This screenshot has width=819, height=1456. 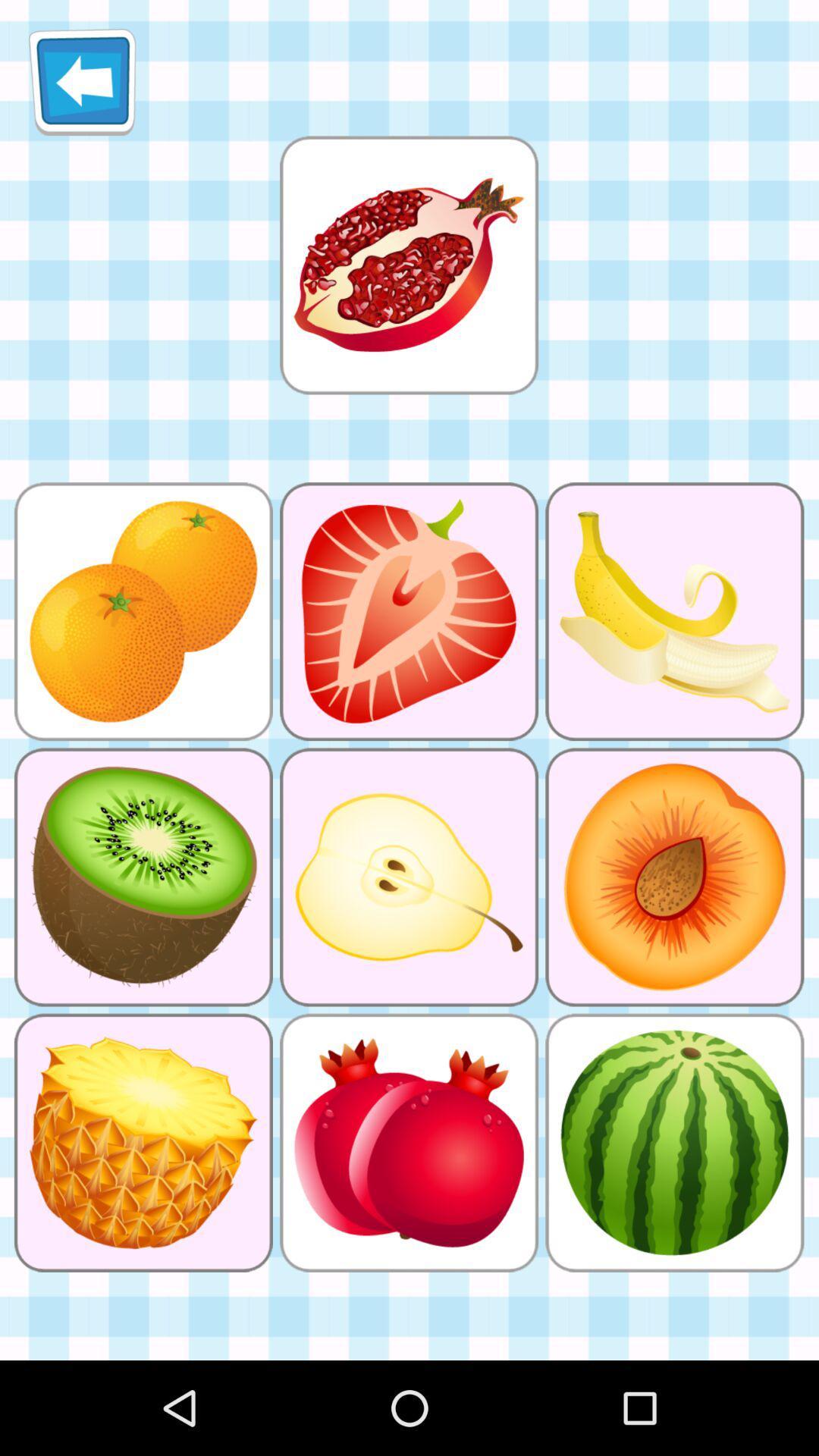 I want to click on what fruit to match, so click(x=408, y=265).